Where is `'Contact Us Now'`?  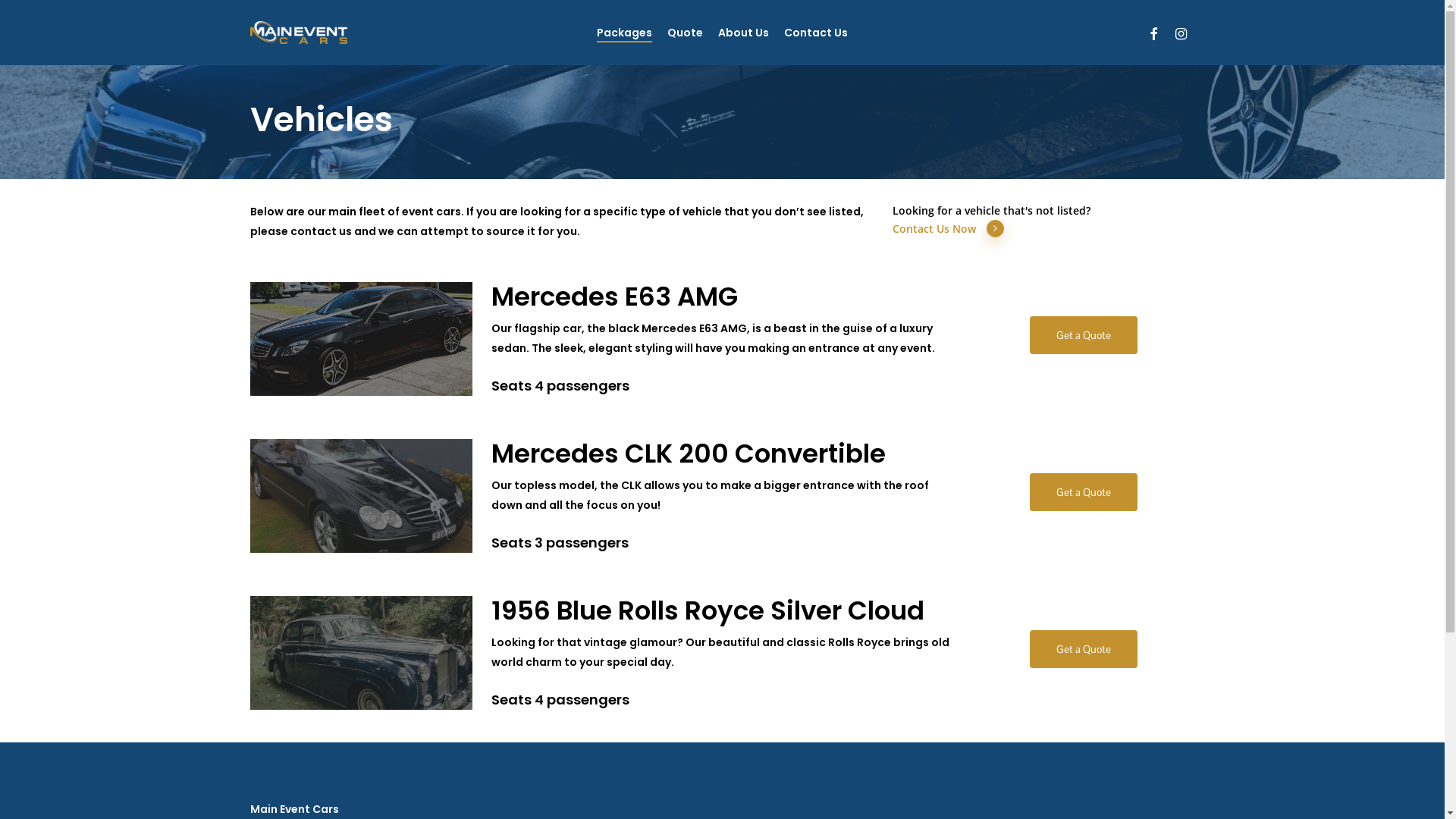 'Contact Us Now' is located at coordinates (948, 228).